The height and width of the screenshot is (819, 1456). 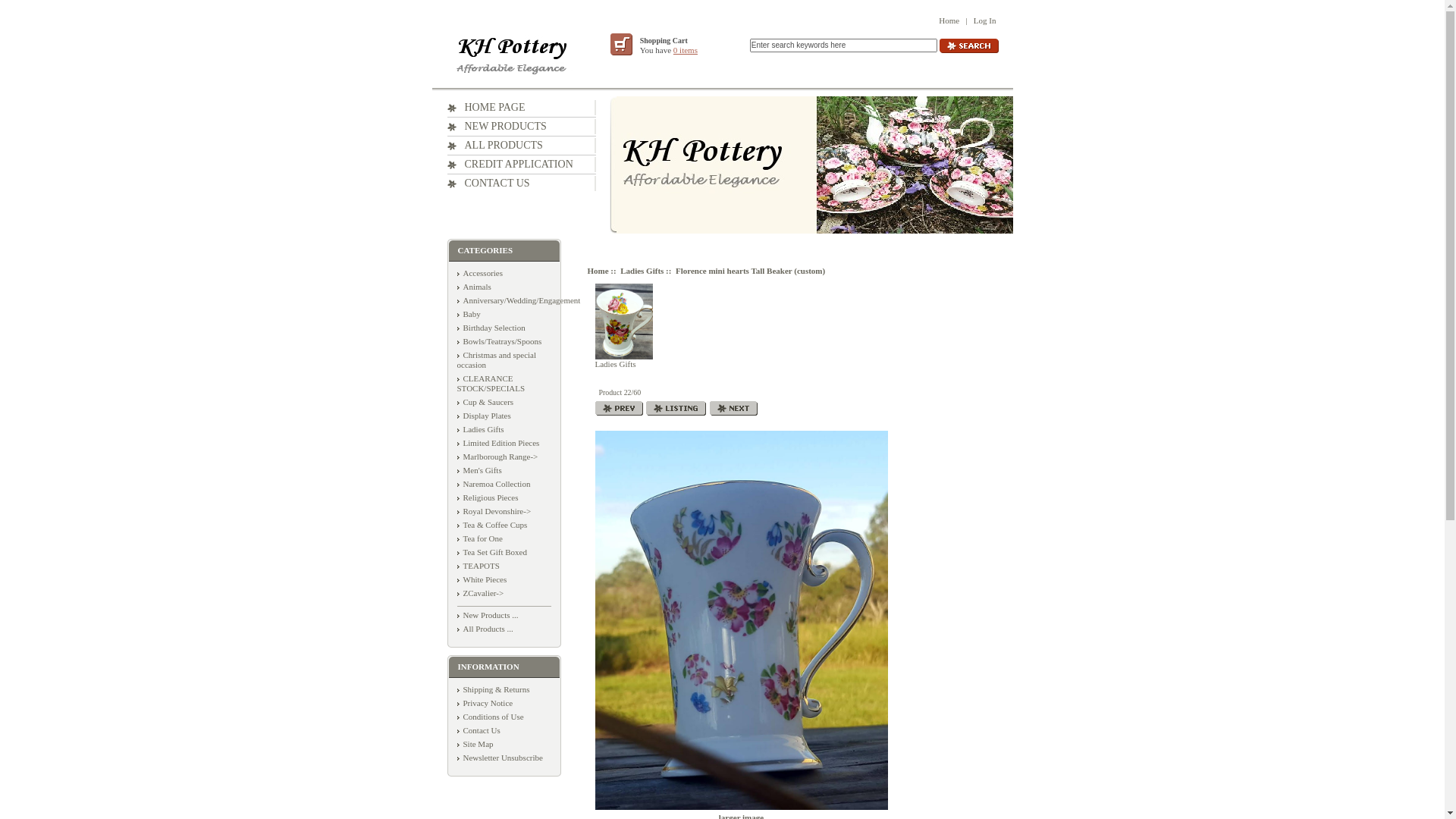 What do you see at coordinates (479, 592) in the screenshot?
I see `'ZCavalier->'` at bounding box center [479, 592].